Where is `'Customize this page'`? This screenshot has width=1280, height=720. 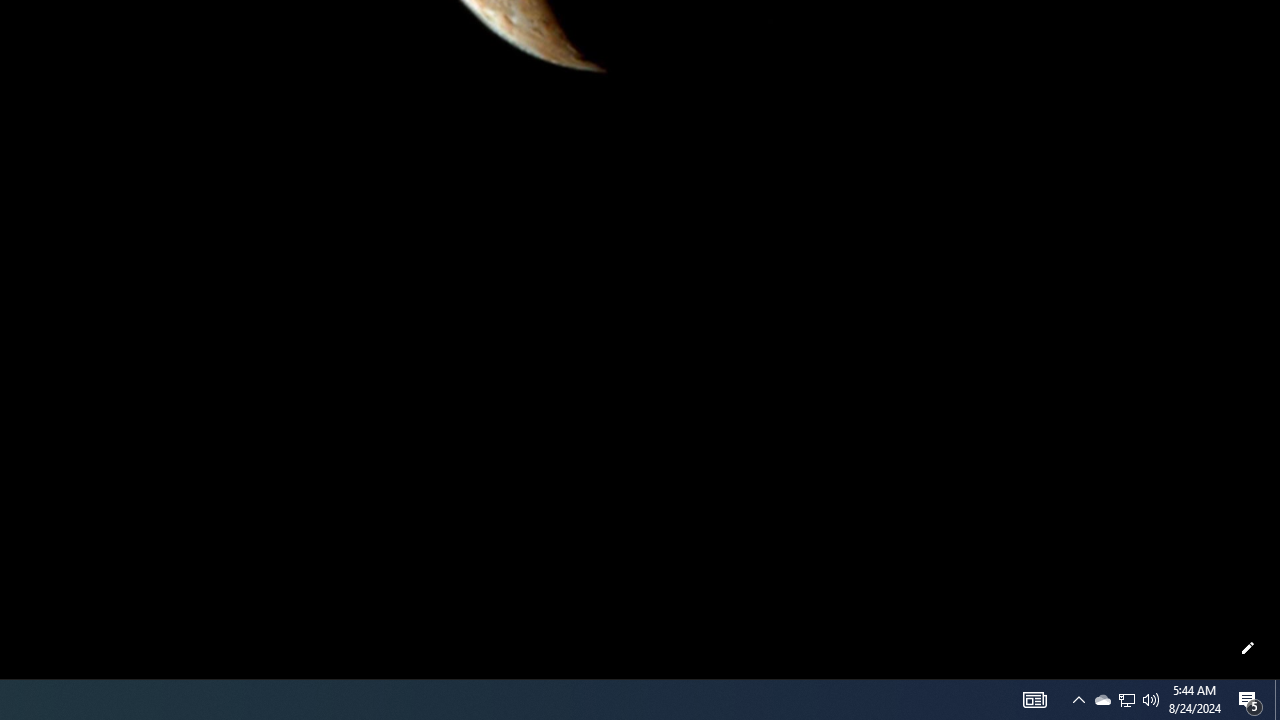
'Customize this page' is located at coordinates (1247, 648).